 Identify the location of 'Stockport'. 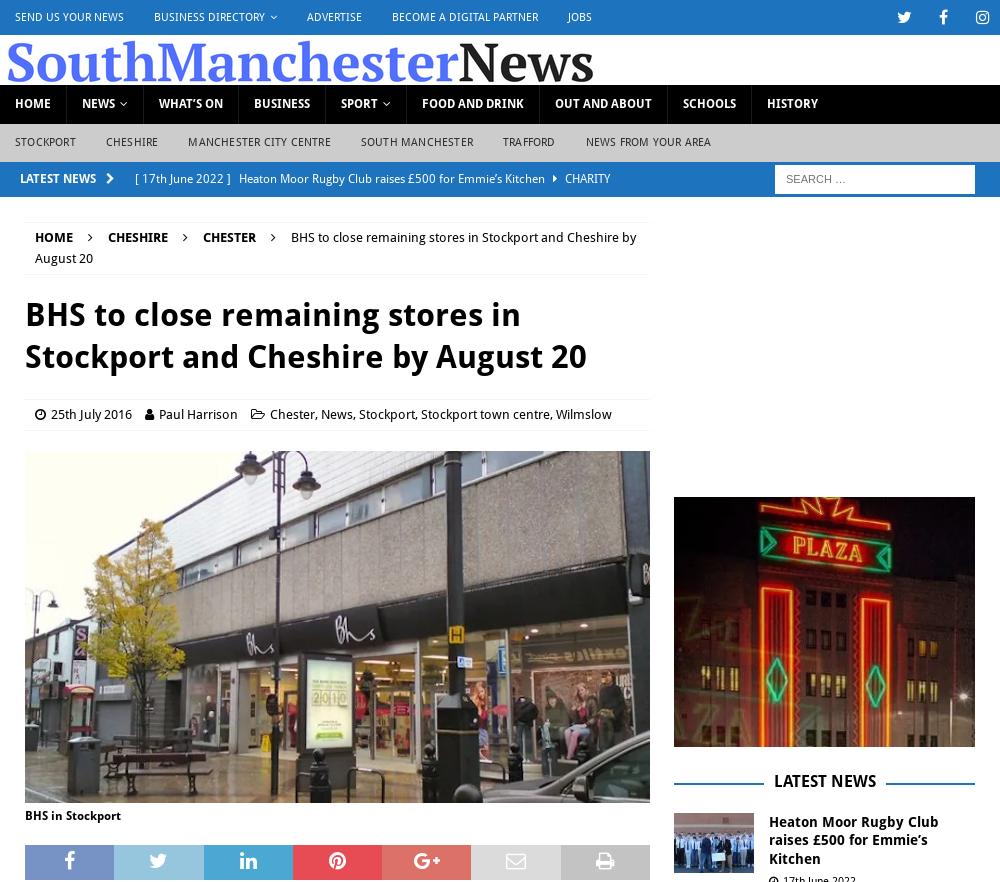
(387, 412).